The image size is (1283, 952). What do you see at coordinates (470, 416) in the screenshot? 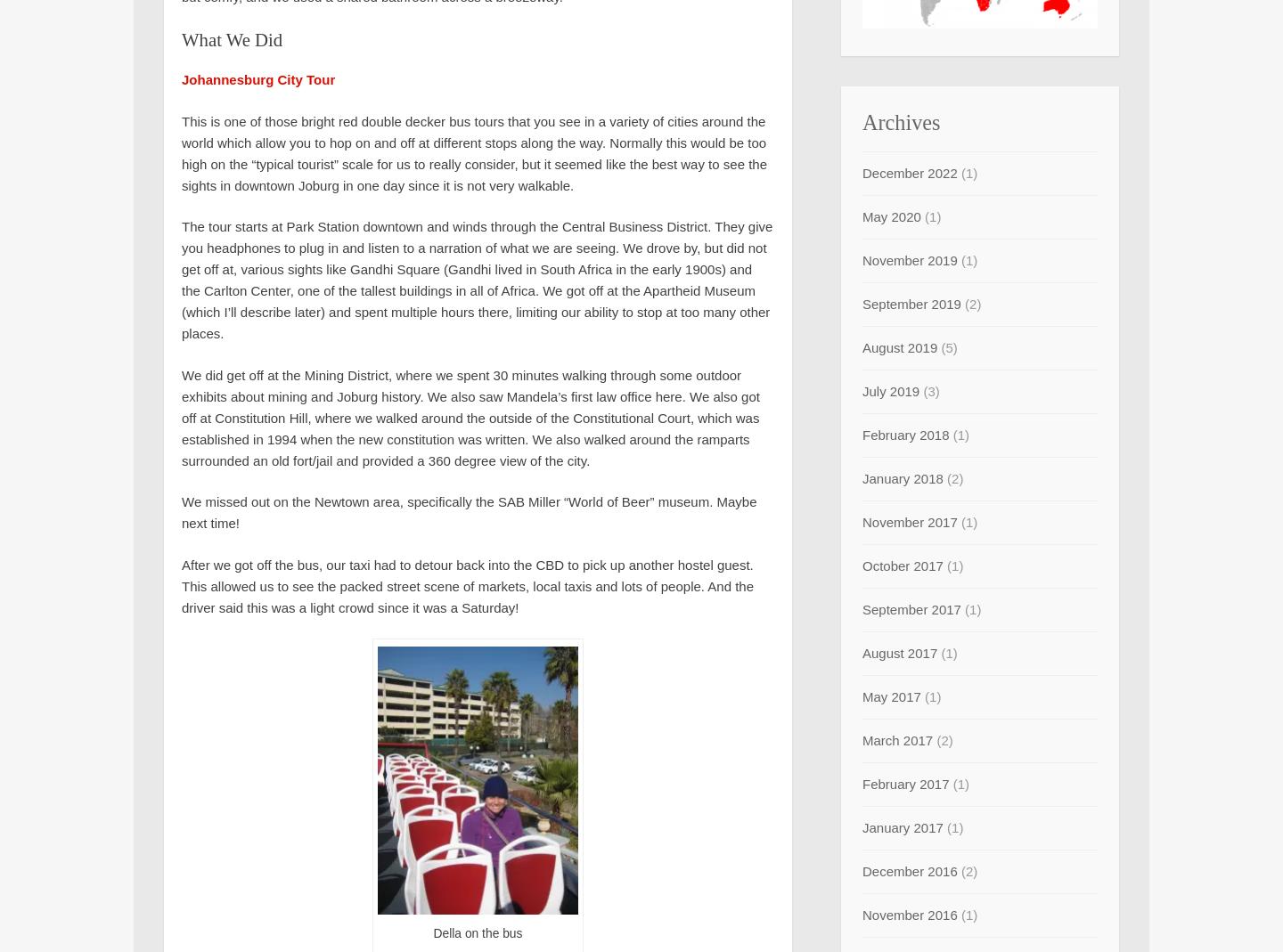
I see `'We did get off at the Mining District, where we spent 30 minutes walking through some outdoor exhibits about mining and Joburg history. We also saw Mandela’s first law office here. We also got off at Constitution Hill, where we walked around the outside of the Constitutional Court, which was established in 1994 when the new constitution was written. We also walked around the ramparts surrounded an old fort/jail and provided a 360 degree view of the city.'` at bounding box center [470, 416].